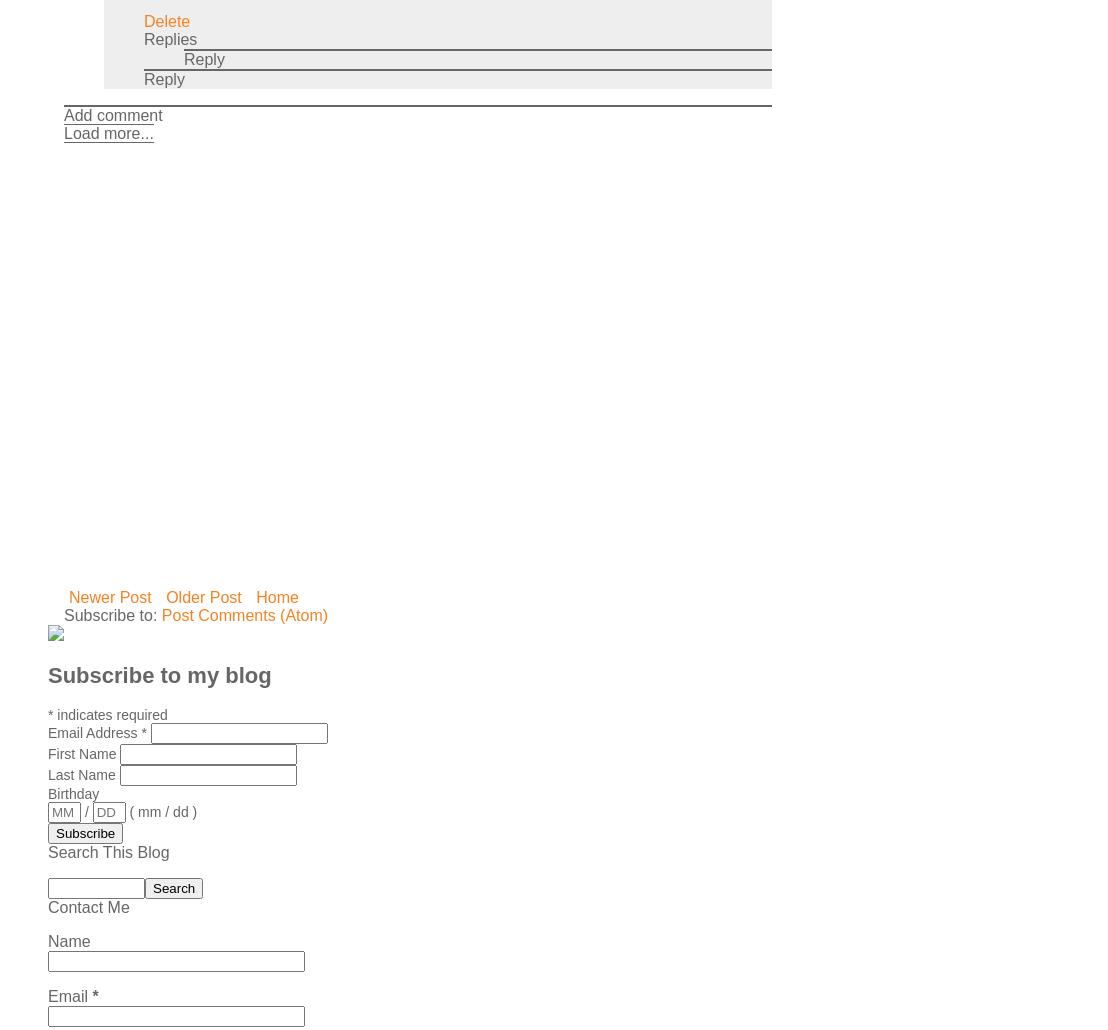  I want to click on 'First Name', so click(82, 753).